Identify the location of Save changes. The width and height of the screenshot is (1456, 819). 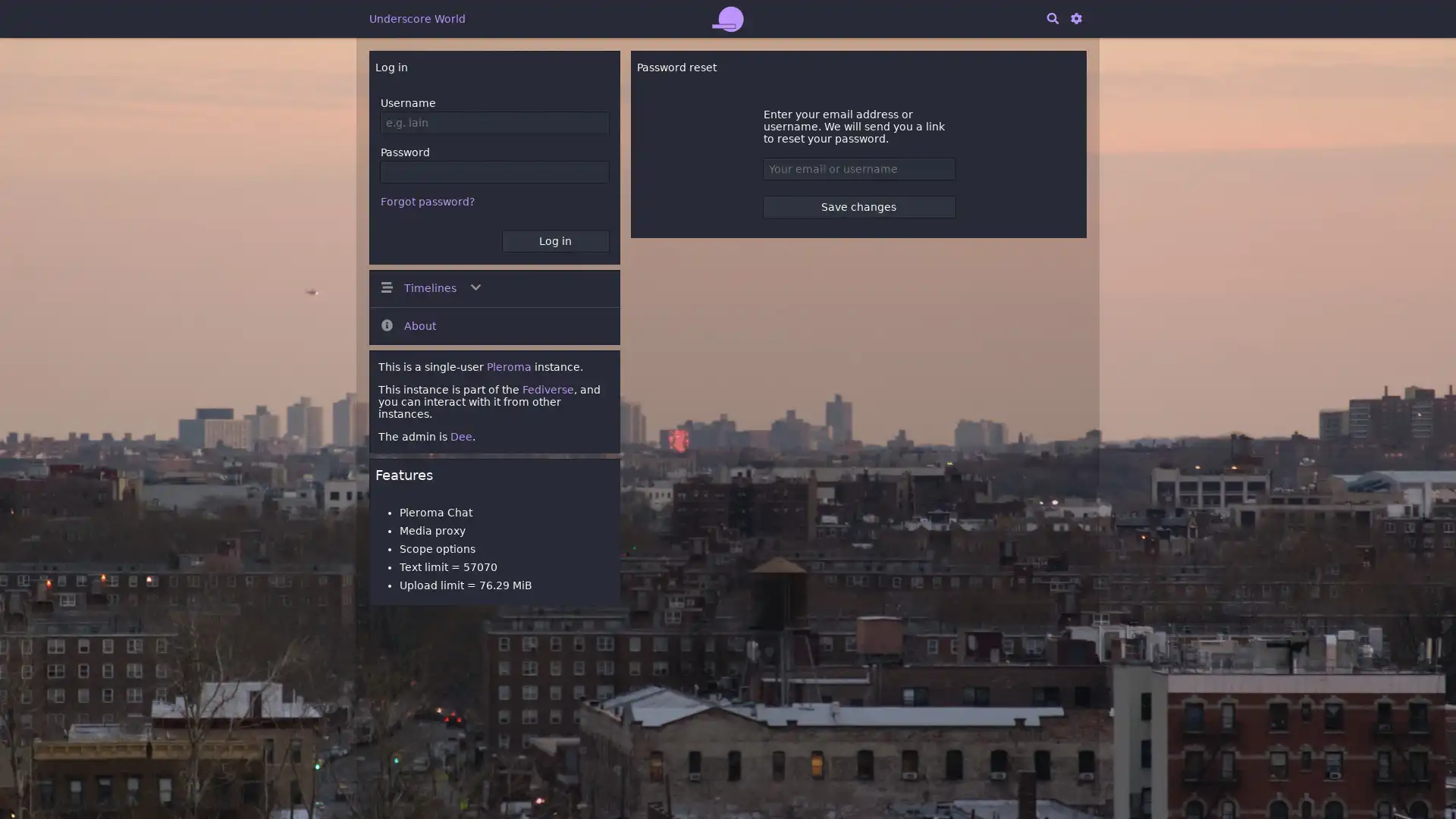
(858, 207).